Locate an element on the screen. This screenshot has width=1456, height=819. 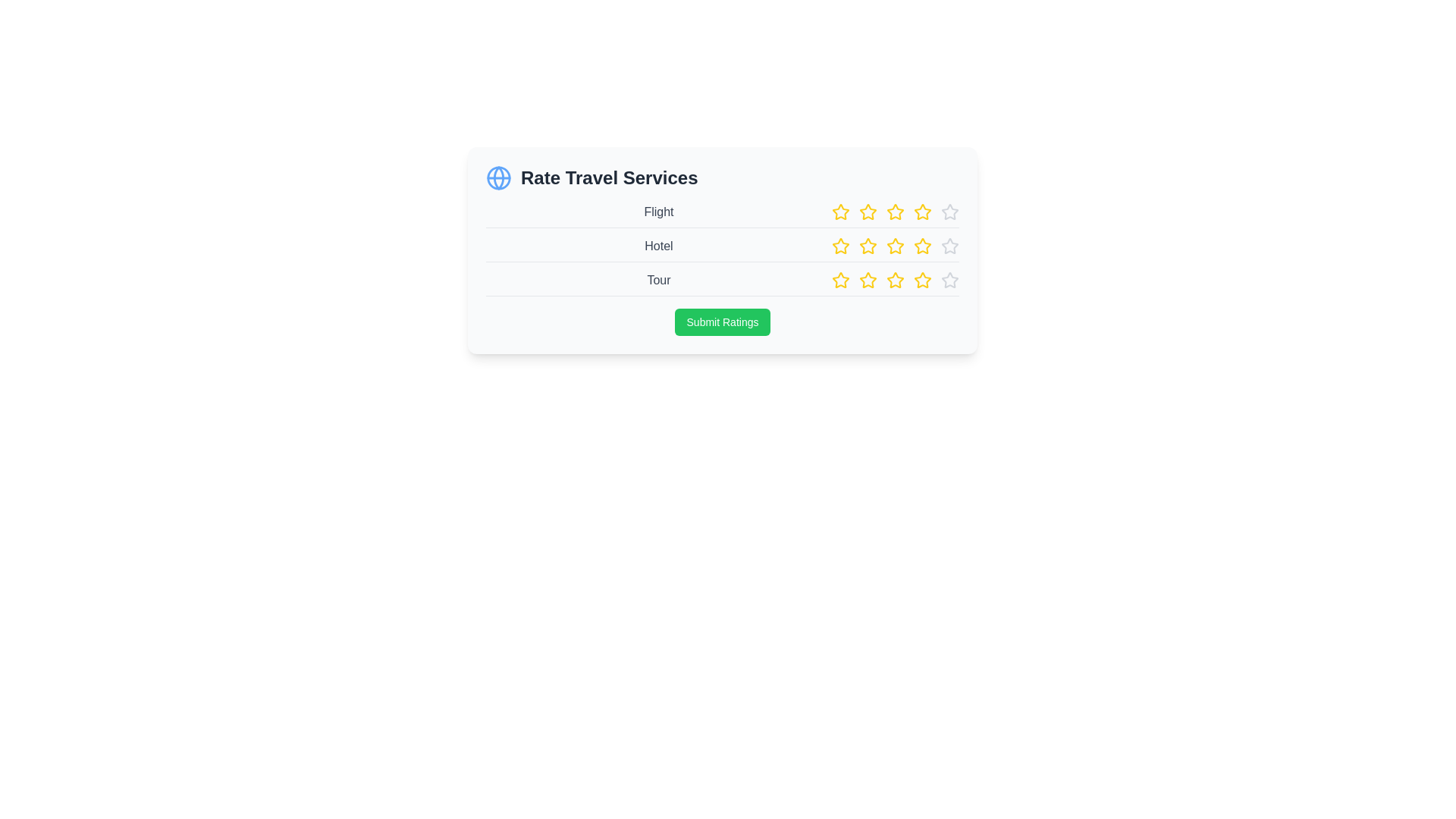
the blue globe icon with a circular outline and intersecting lines, located to the left of the title text 'Rate Travel Services' is located at coordinates (498, 177).